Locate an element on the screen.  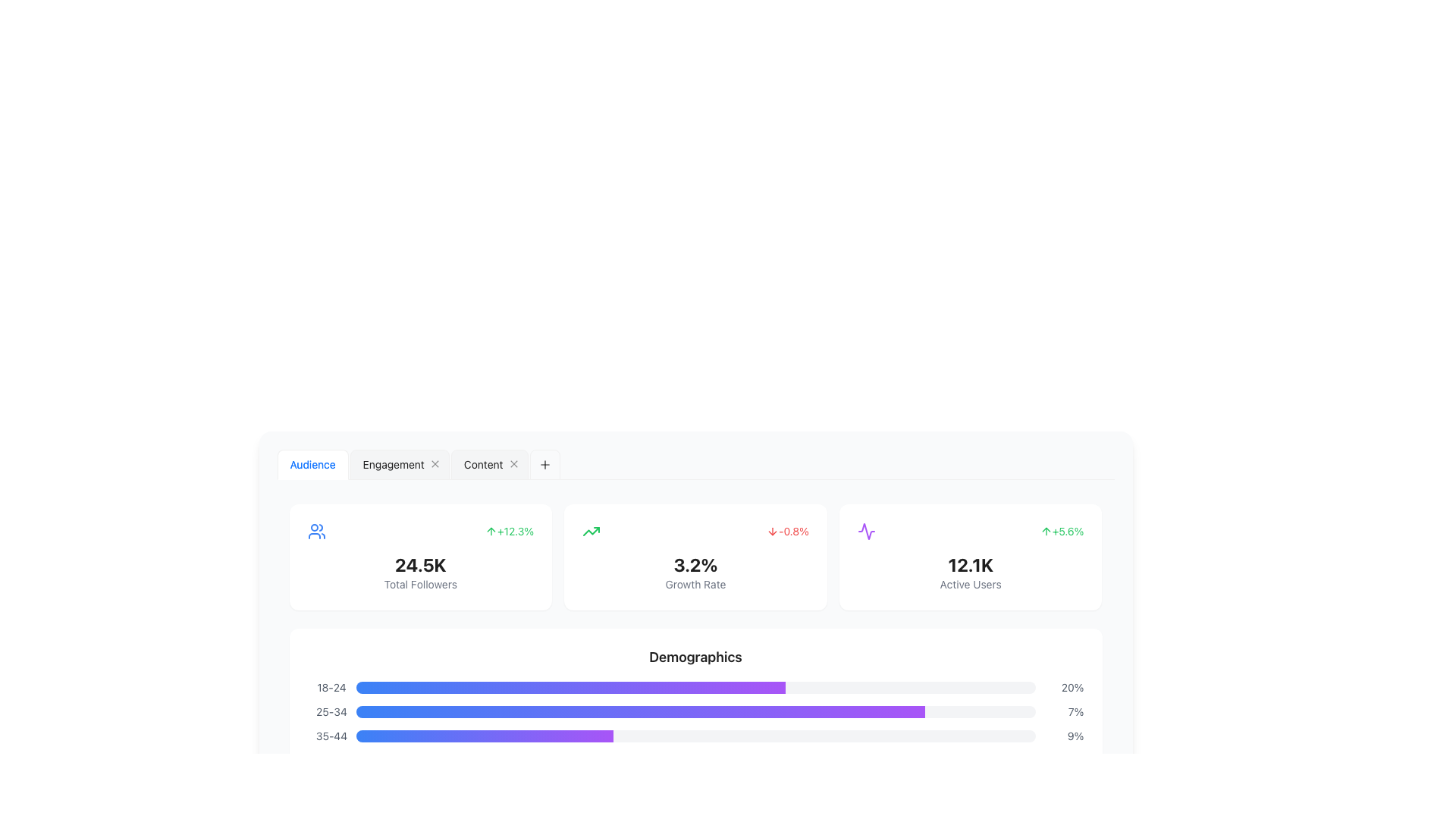
the 'X' icon button located to the right of the 'Content' text tab in the tabbed interface is located at coordinates (513, 464).